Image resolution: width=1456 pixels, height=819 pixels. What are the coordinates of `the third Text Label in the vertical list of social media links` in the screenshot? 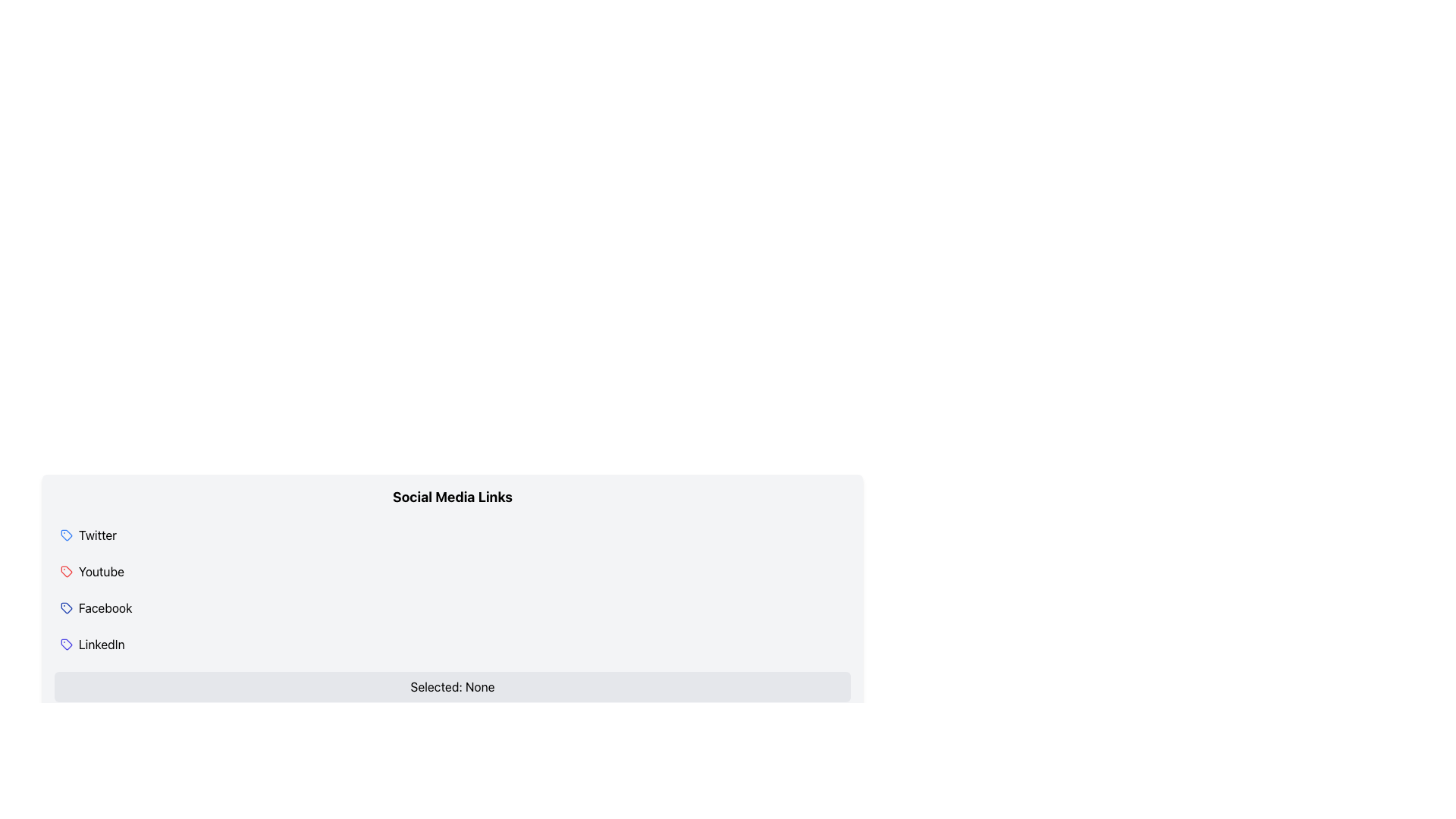 It's located at (105, 607).